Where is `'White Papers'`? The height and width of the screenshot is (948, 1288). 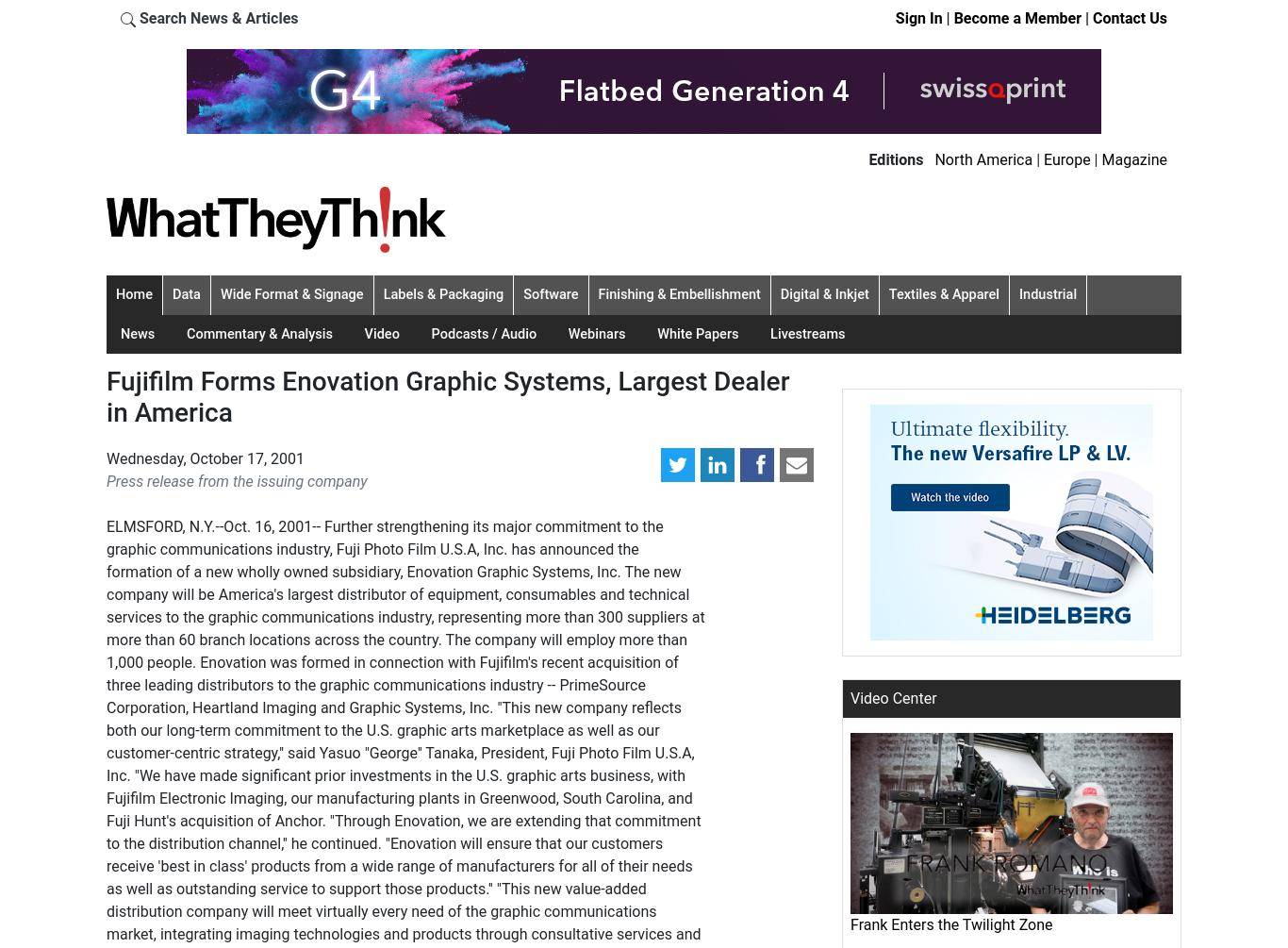 'White Papers' is located at coordinates (697, 333).